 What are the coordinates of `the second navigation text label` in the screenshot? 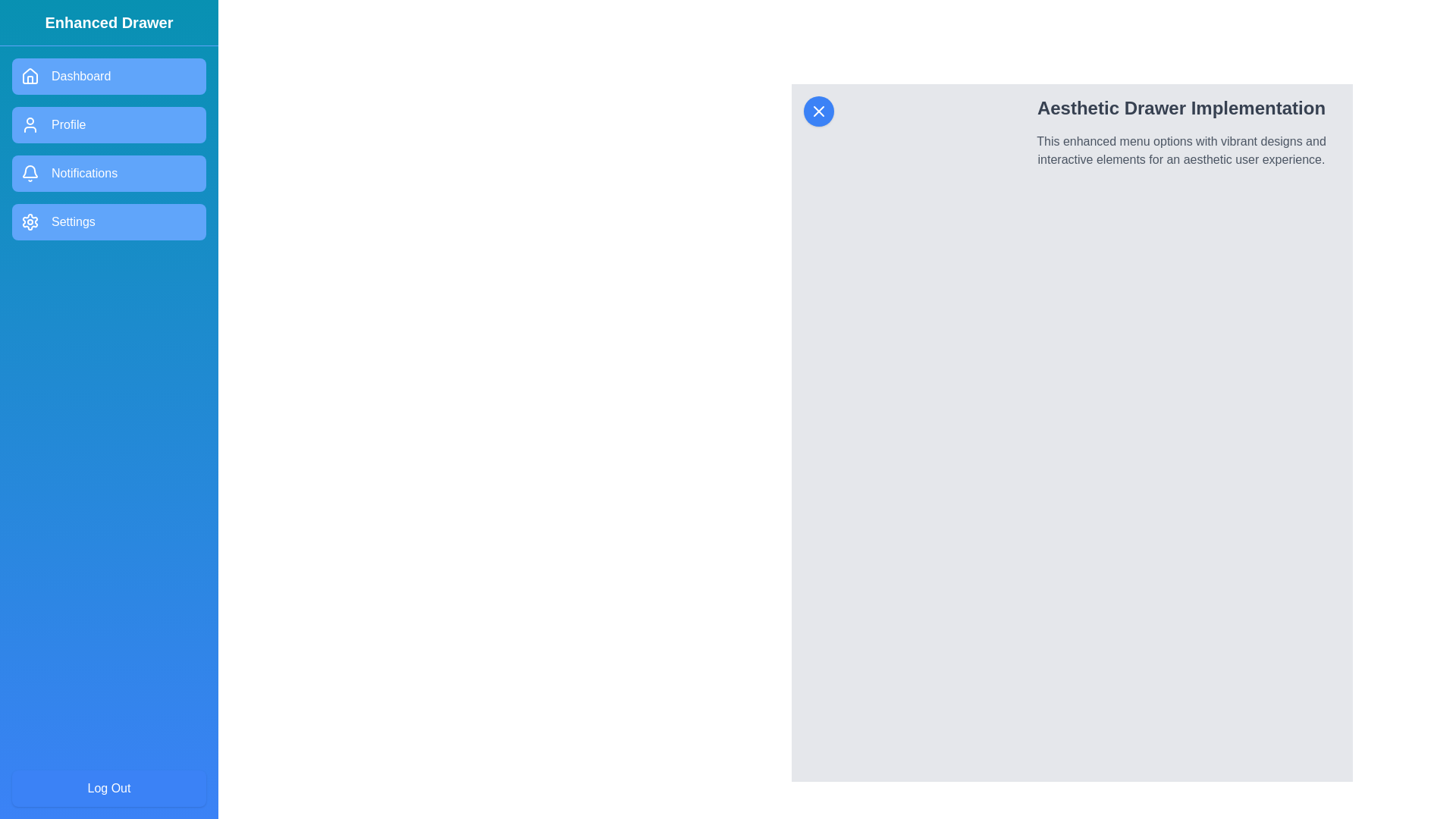 It's located at (67, 124).